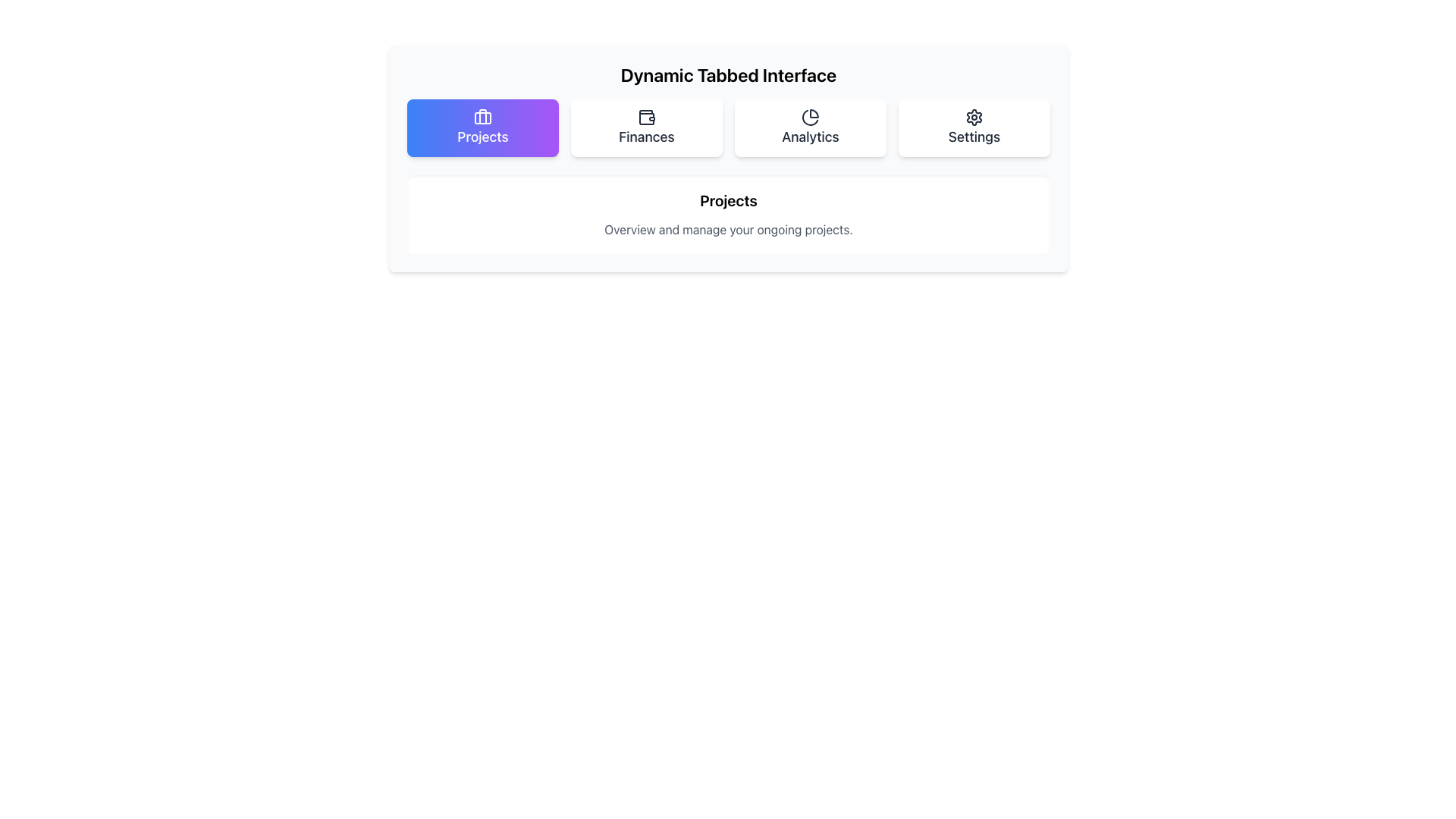 The width and height of the screenshot is (1456, 819). What do you see at coordinates (728, 230) in the screenshot?
I see `the descriptive text located under the 'Projects' header, which provides additional context about the 'Projects' section` at bounding box center [728, 230].